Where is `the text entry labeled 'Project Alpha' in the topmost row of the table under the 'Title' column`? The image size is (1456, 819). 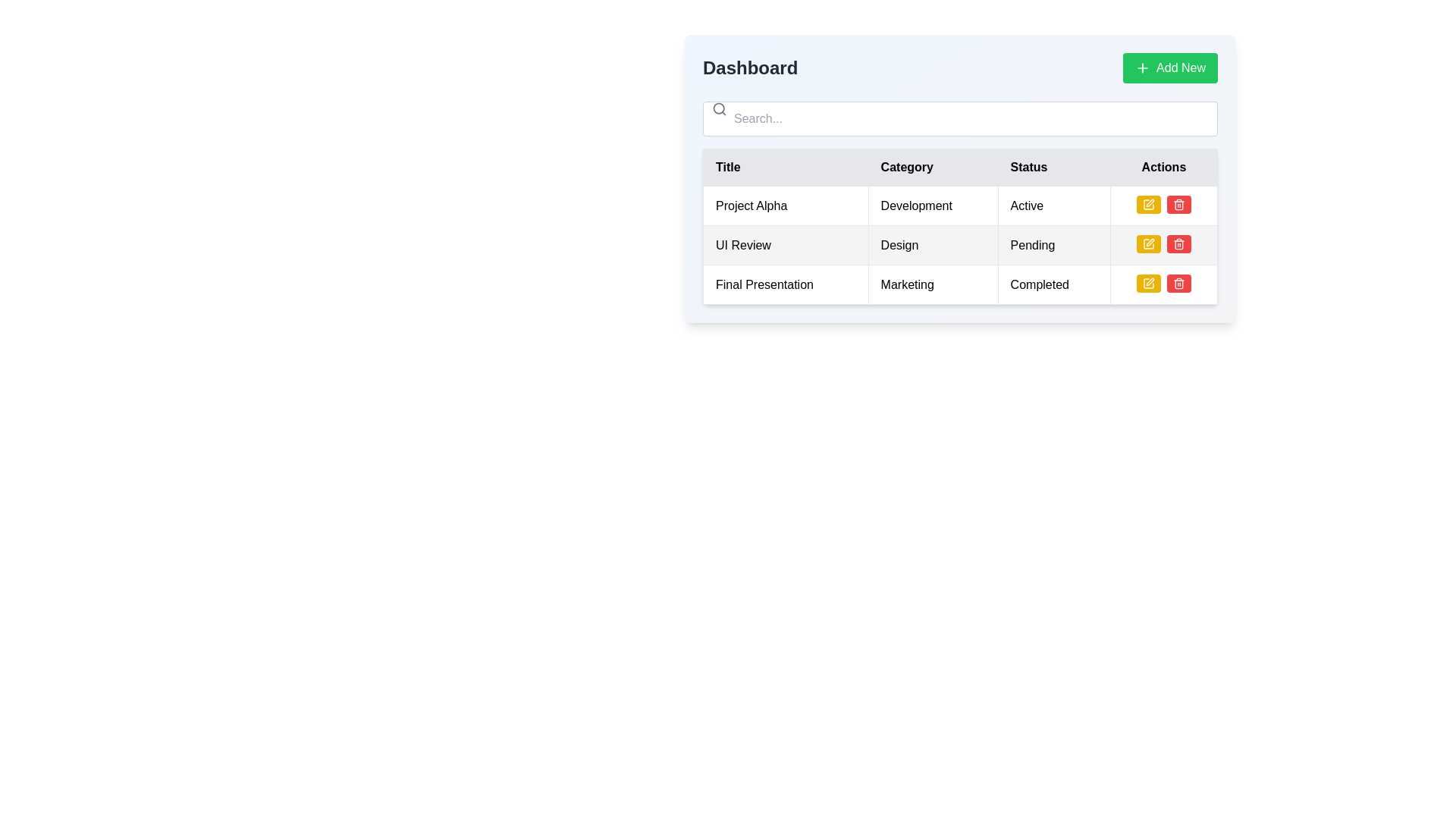
the text entry labeled 'Project Alpha' in the topmost row of the table under the 'Title' column is located at coordinates (786, 206).